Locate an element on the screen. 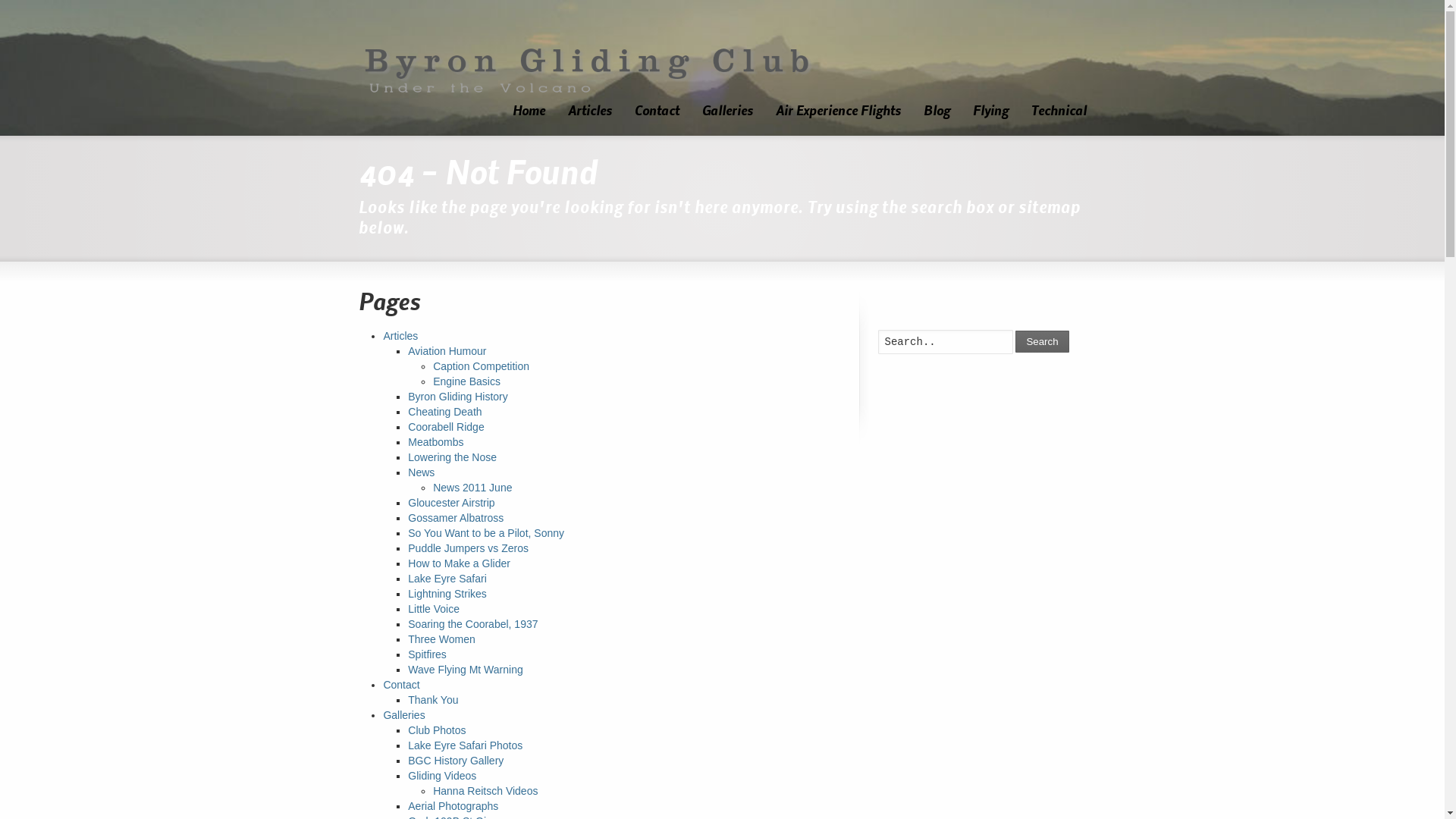  'BGC History Gallery' is located at coordinates (454, 760).